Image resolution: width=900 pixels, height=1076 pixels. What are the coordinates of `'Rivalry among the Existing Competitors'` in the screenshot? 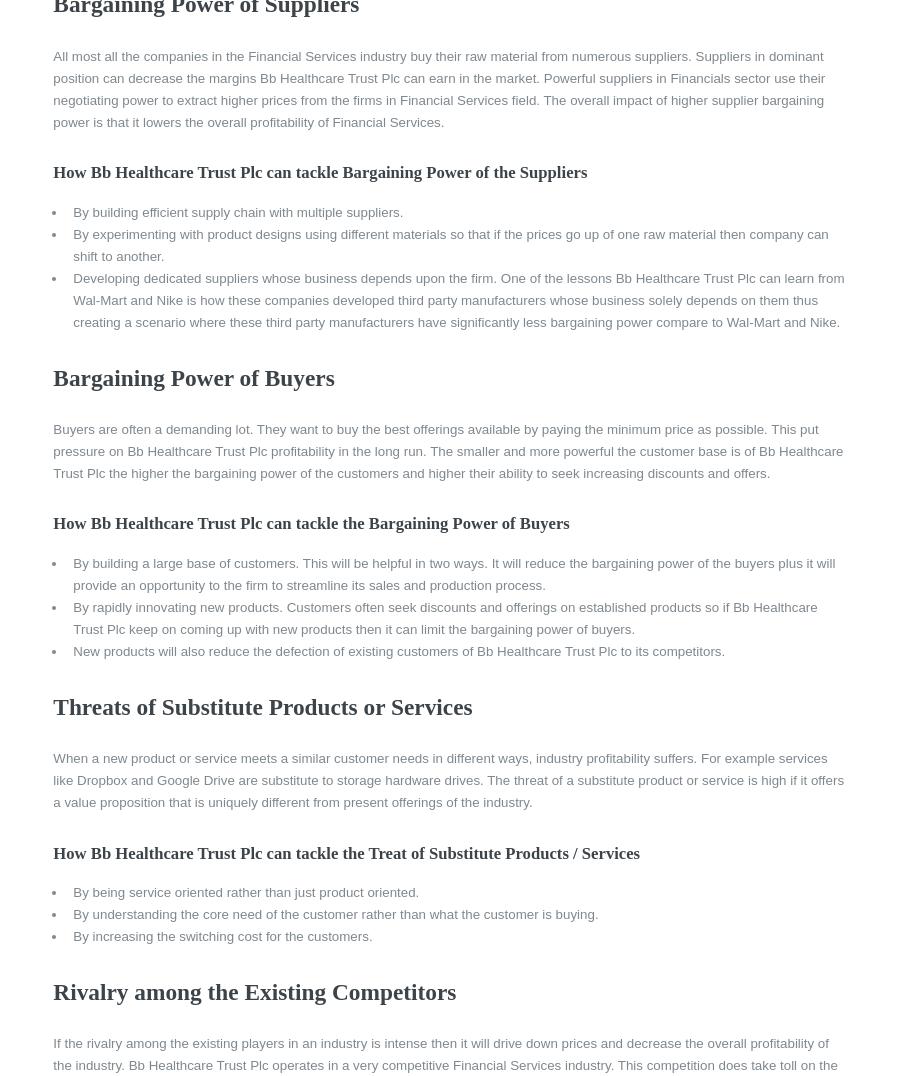 It's located at (253, 989).